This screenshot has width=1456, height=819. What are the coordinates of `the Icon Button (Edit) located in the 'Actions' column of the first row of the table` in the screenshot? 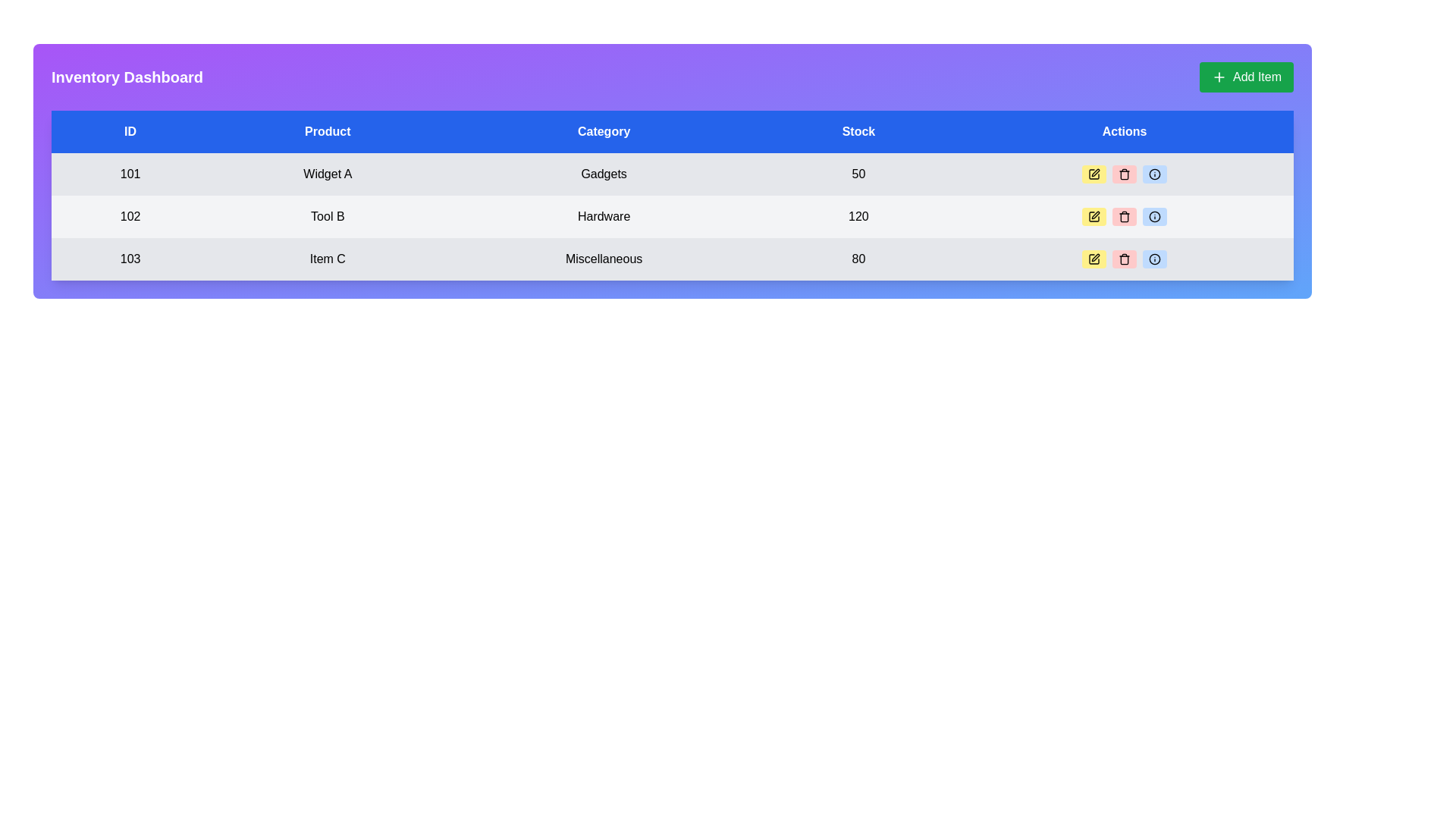 It's located at (1094, 174).